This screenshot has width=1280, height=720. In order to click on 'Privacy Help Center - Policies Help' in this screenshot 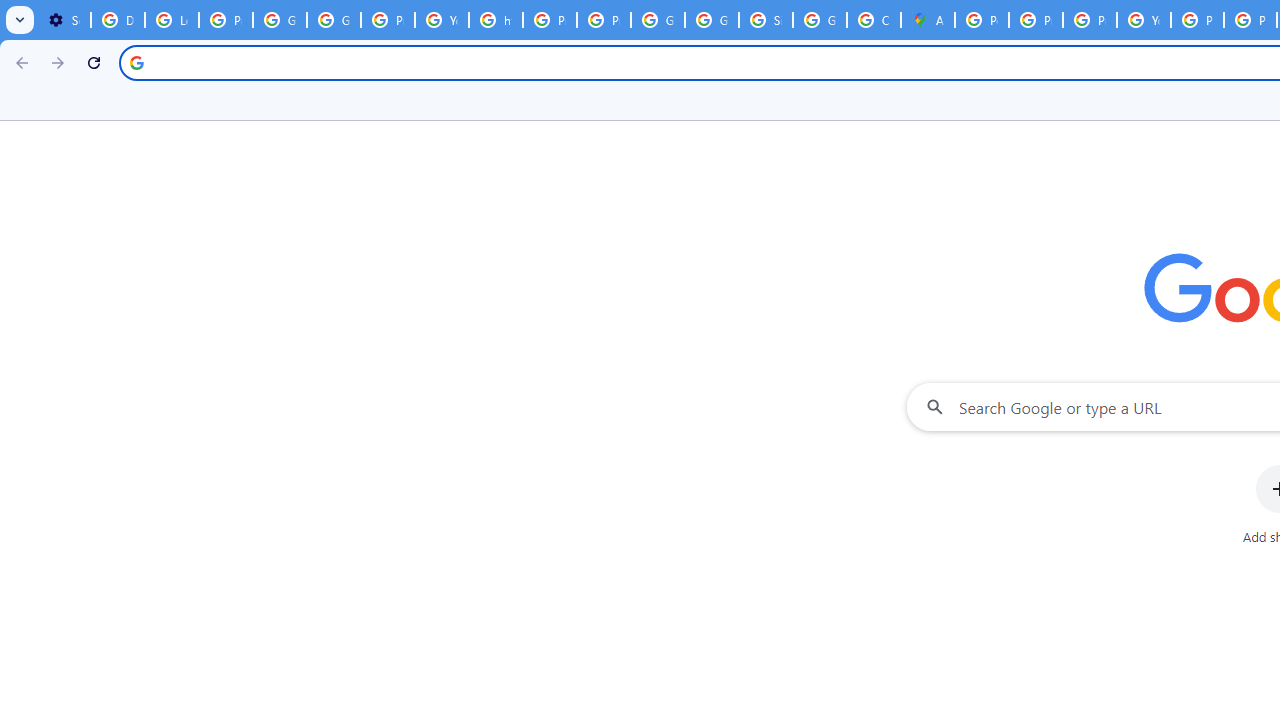, I will do `click(1036, 20)`.